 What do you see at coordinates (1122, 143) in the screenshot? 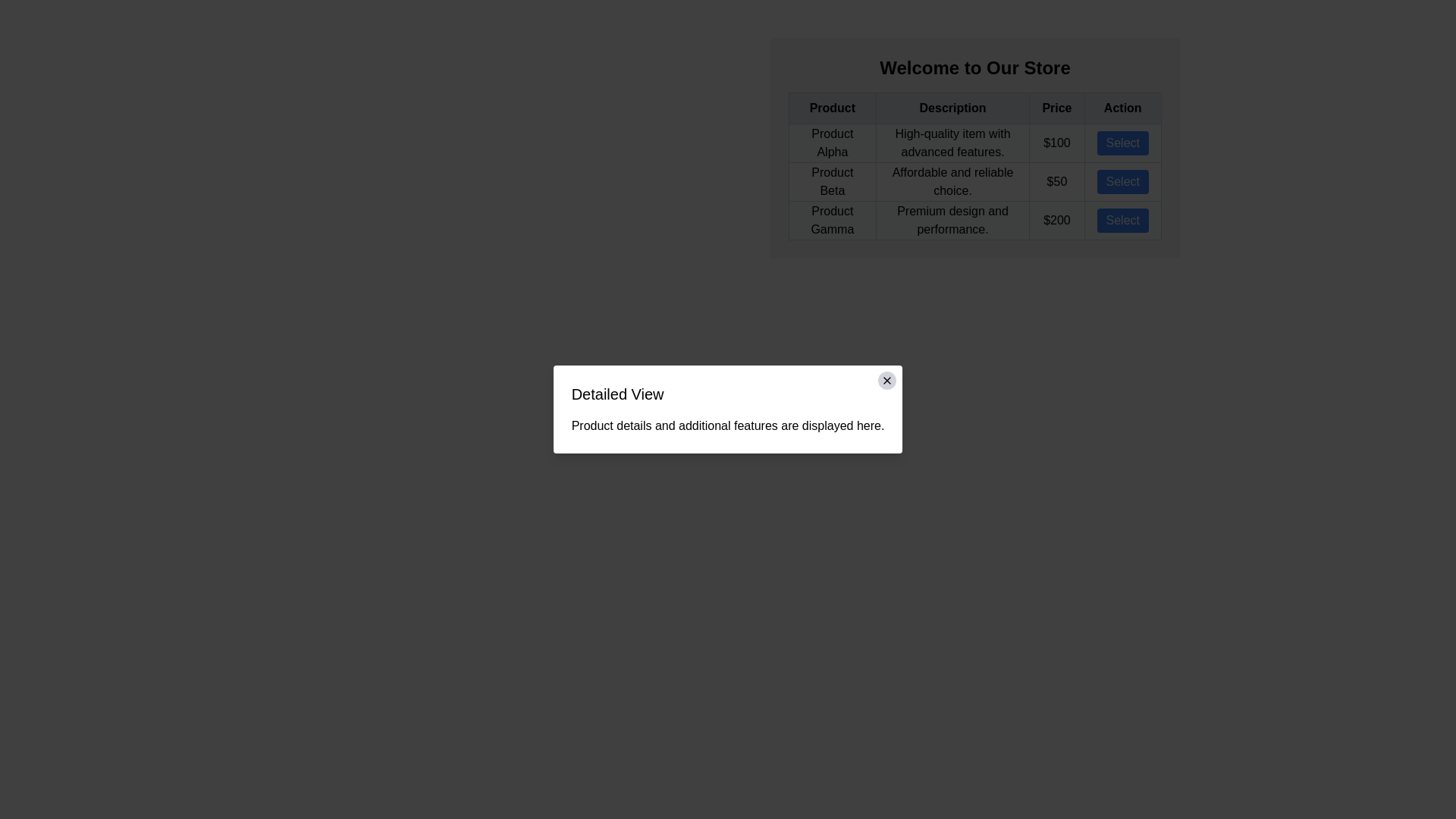
I see `the blue 'Select' button with white text in the 'Action' column of the table for 'Product Alpha'` at bounding box center [1122, 143].